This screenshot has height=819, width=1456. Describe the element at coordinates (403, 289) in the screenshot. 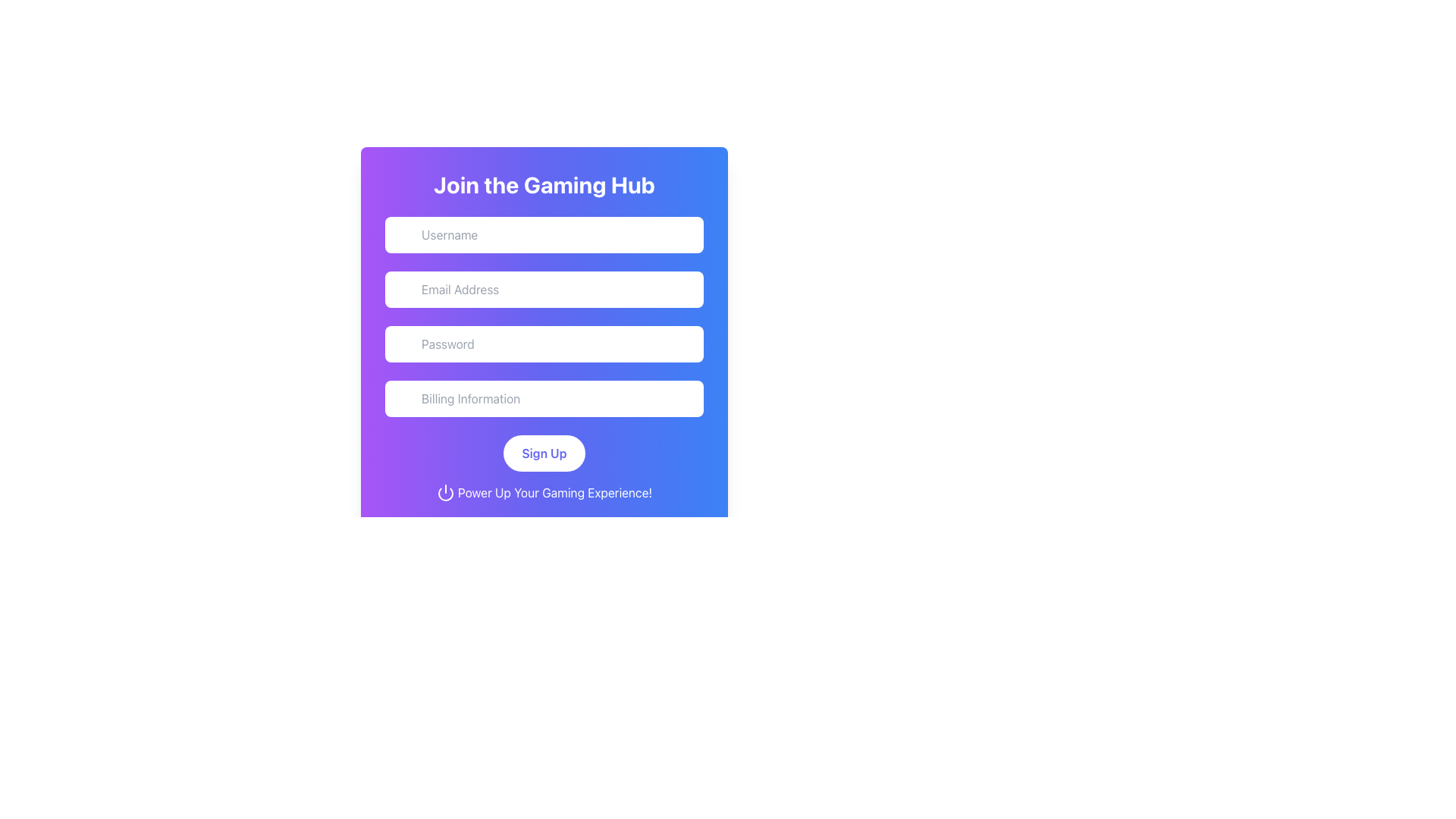

I see `the icon that indicates the purpose of the email address input field, located to the left of the 'Email Address' input field in the form` at that location.